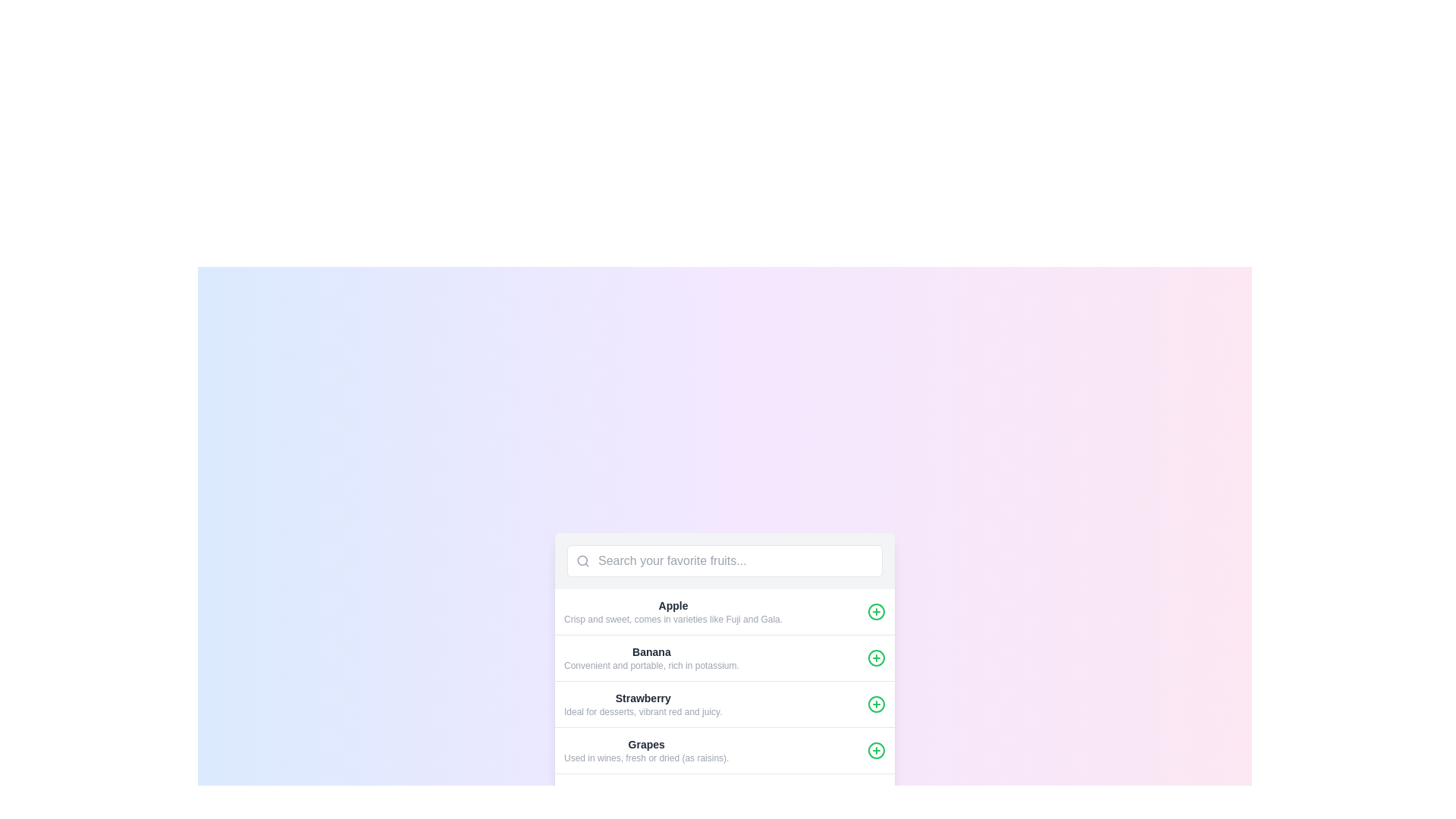  What do you see at coordinates (723, 610) in the screenshot?
I see `the first list item representing an apple to read its description and learn more about the item` at bounding box center [723, 610].